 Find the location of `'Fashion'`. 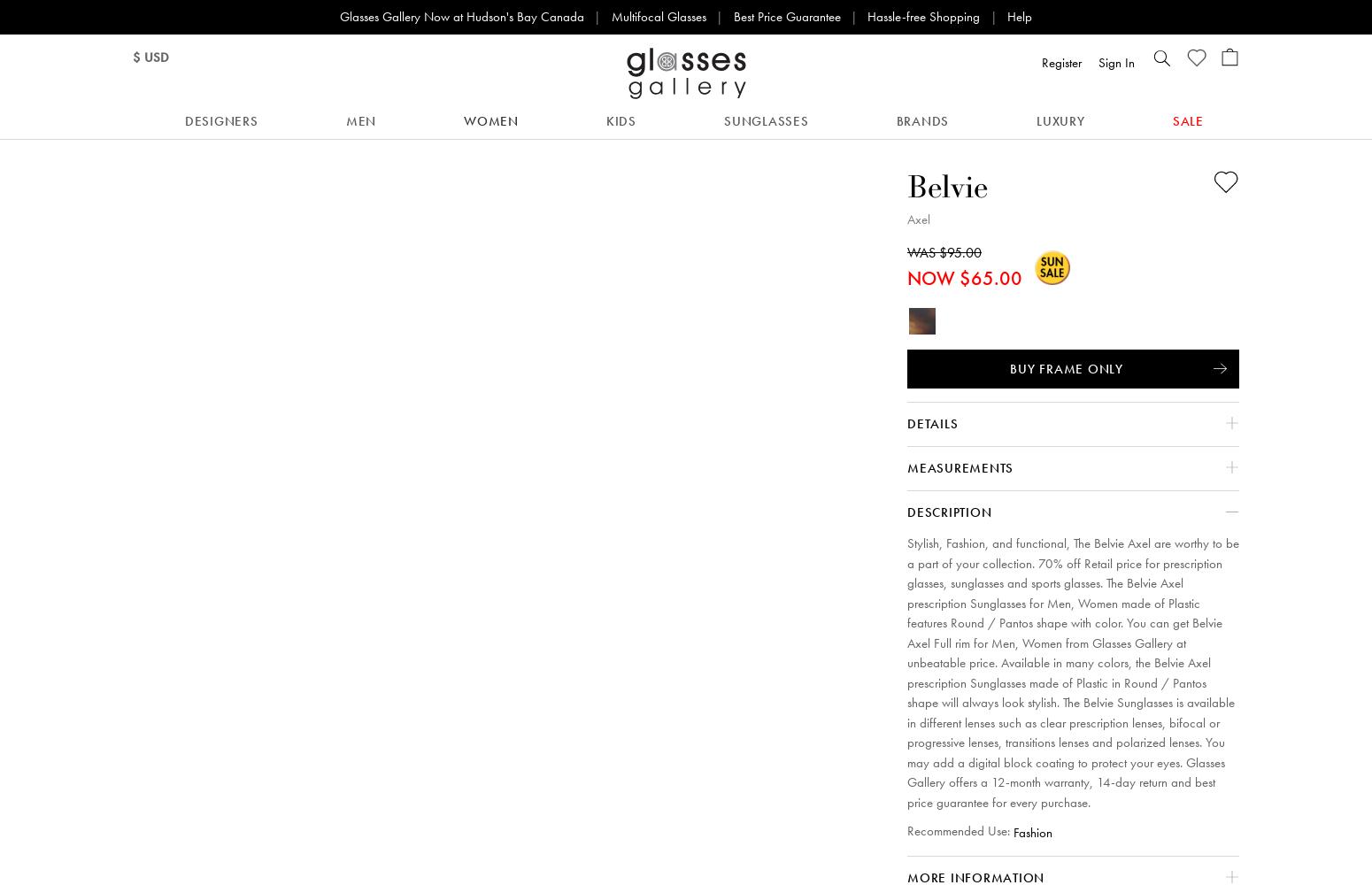

'Fashion' is located at coordinates (1032, 831).